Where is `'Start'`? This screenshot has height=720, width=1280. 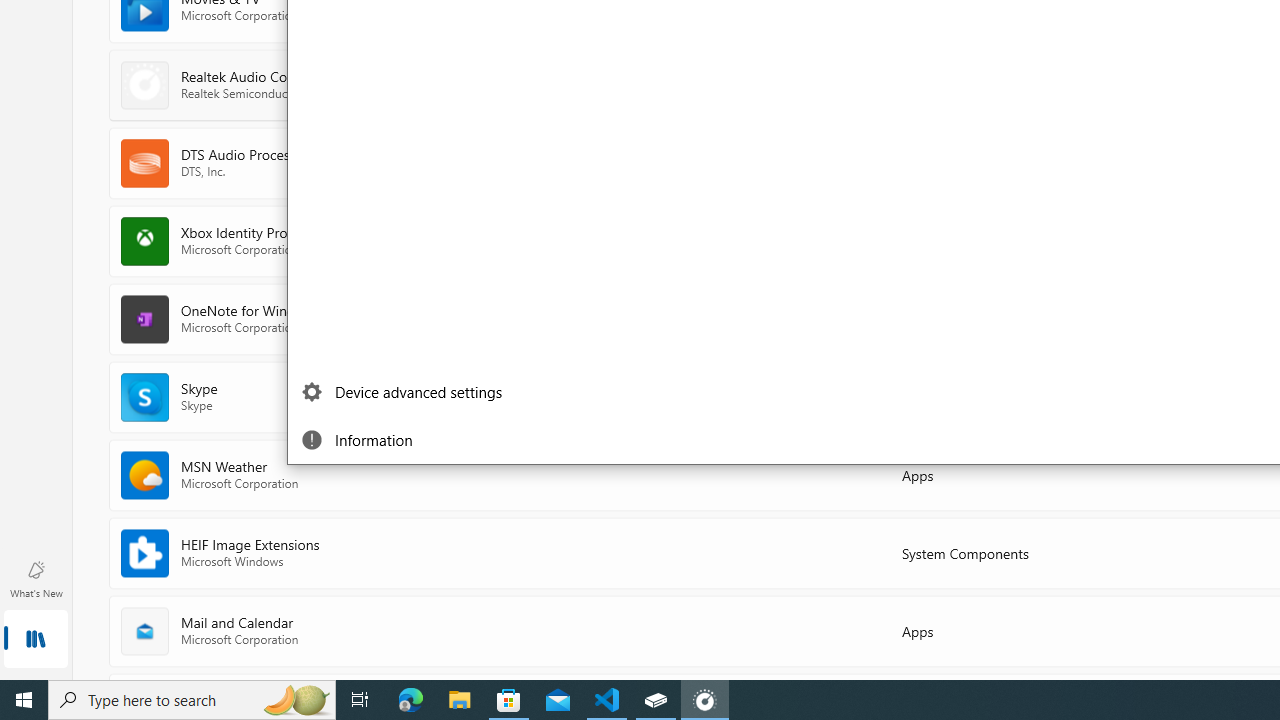
'Start' is located at coordinates (24, 698).